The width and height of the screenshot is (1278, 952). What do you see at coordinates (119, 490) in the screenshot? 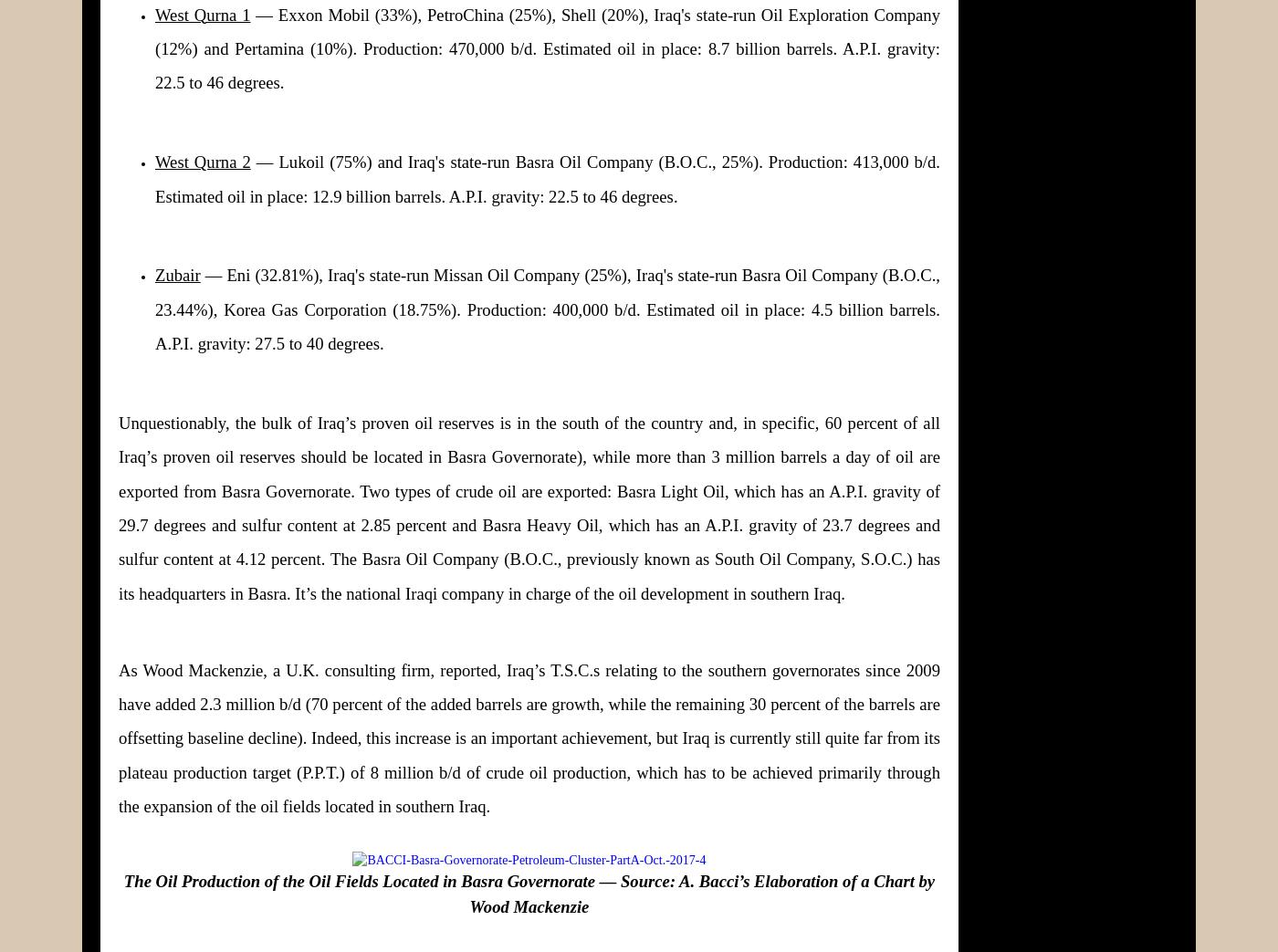
I see `'Unquestionably, the
bulk of Iraq’s proven oil reserves is in the south of the country and, in
specific, 60 percent of all Iraq’s proven oil reserves should be located in
Basra Governorate), while more than 3 million barrels a day of oil are exported
from Basra Governorate. Two types of crude oil are exported: Basra Light Oil,
which has an A.P.I. gravity of 29.7 degrees and sulfur content at 2.85 percent and
Basra Heavy Oil, which has an A.P.I. gravity of 23.7 degrees and sulfur content
at 4.12 percent.'` at bounding box center [119, 490].